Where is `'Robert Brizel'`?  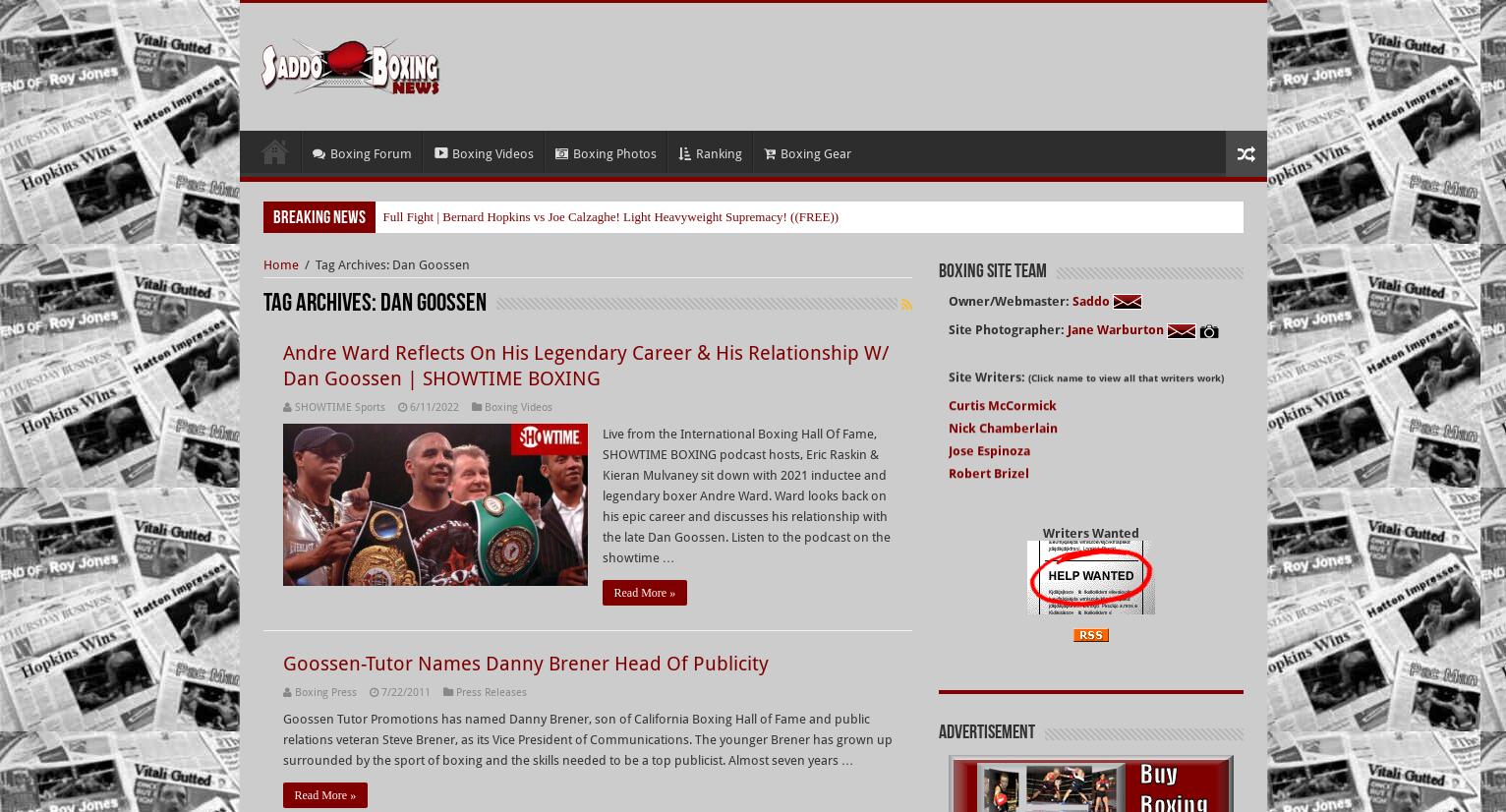
'Robert Brizel' is located at coordinates (987, 446).